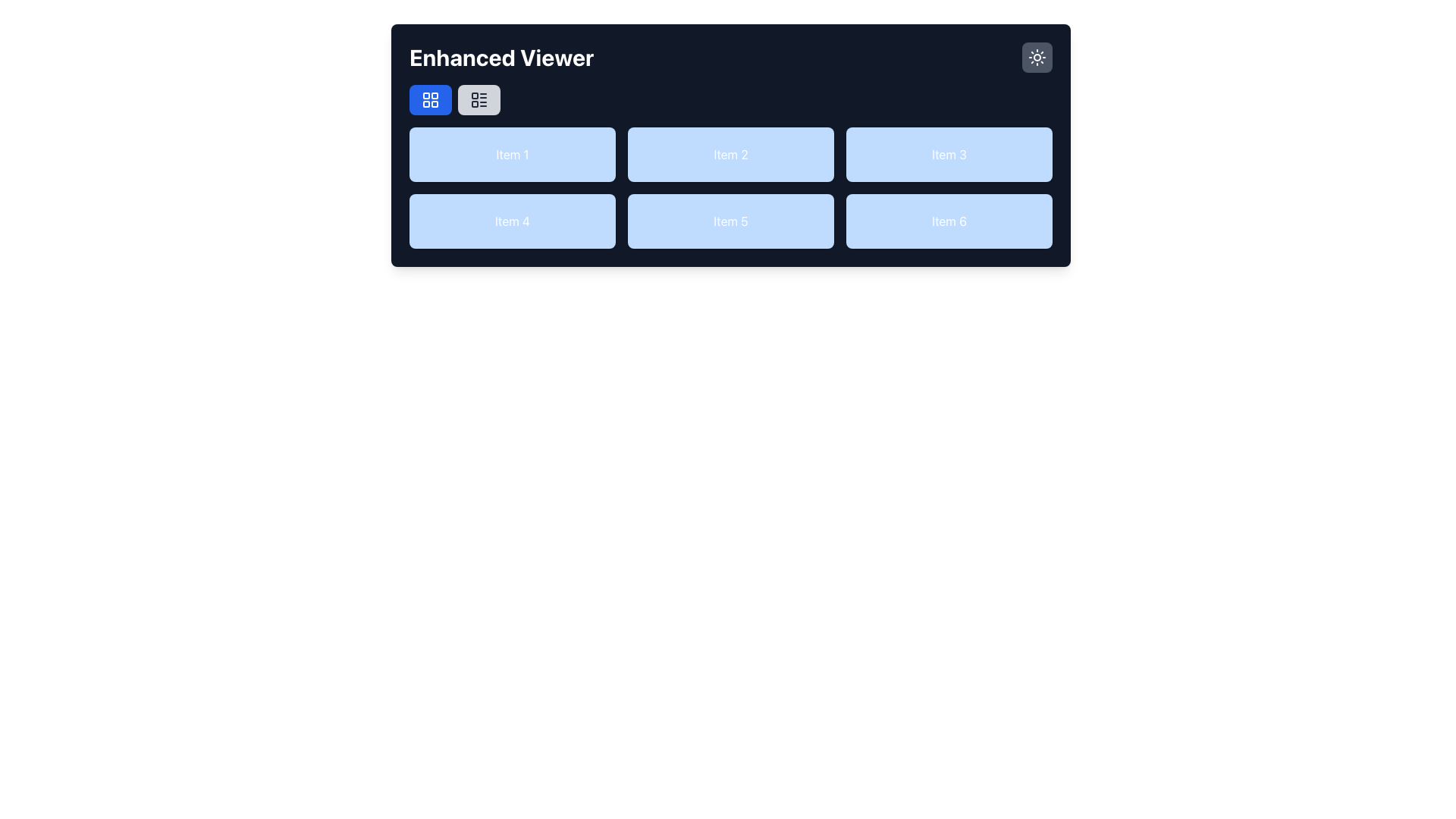 Image resolution: width=1456 pixels, height=819 pixels. Describe the element at coordinates (1037, 57) in the screenshot. I see `the brightness/theme toggle button located in the top-right corner, next to 'Enhanced Viewer'` at that location.